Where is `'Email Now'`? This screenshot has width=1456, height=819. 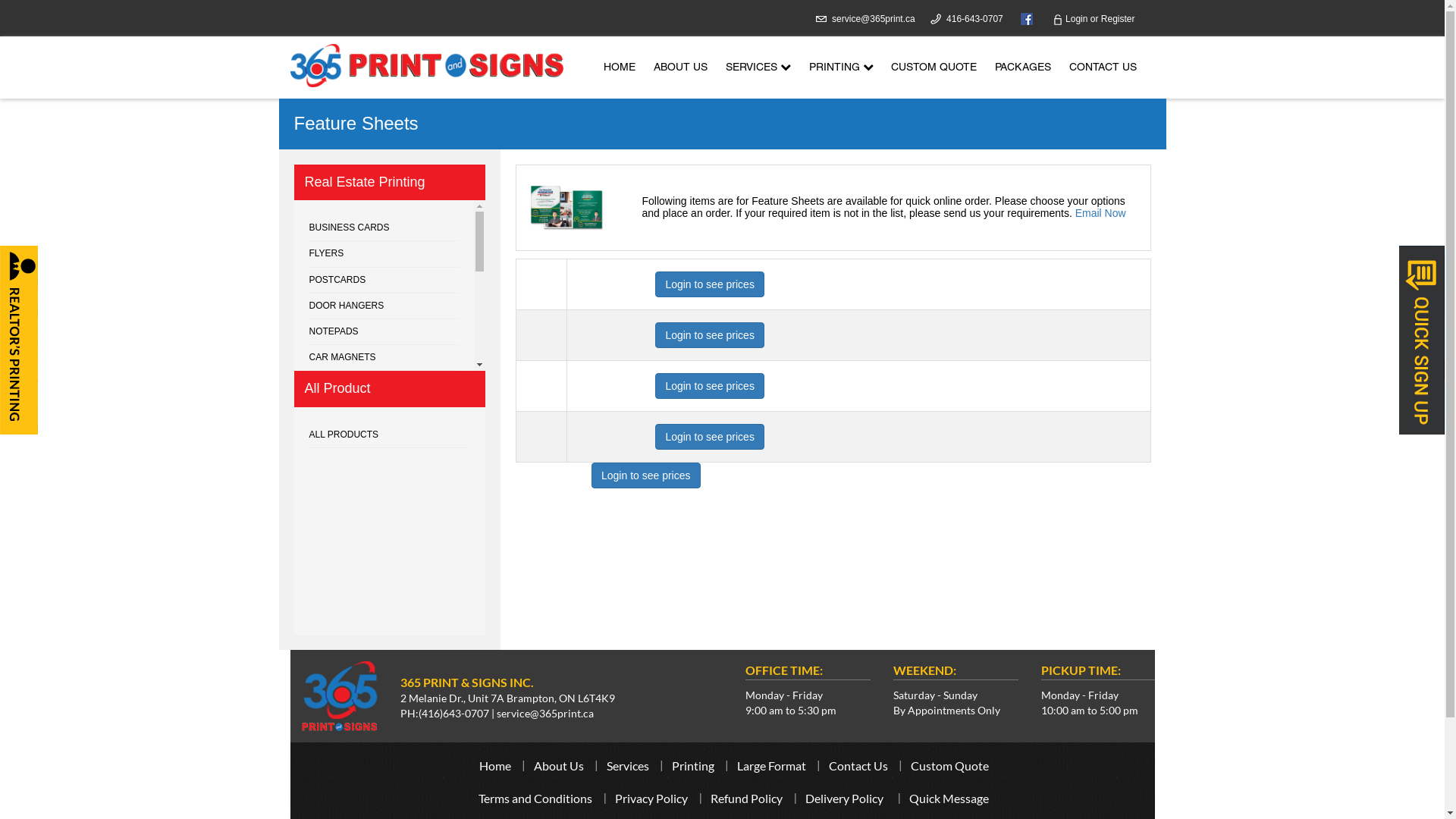 'Email Now' is located at coordinates (1100, 213).